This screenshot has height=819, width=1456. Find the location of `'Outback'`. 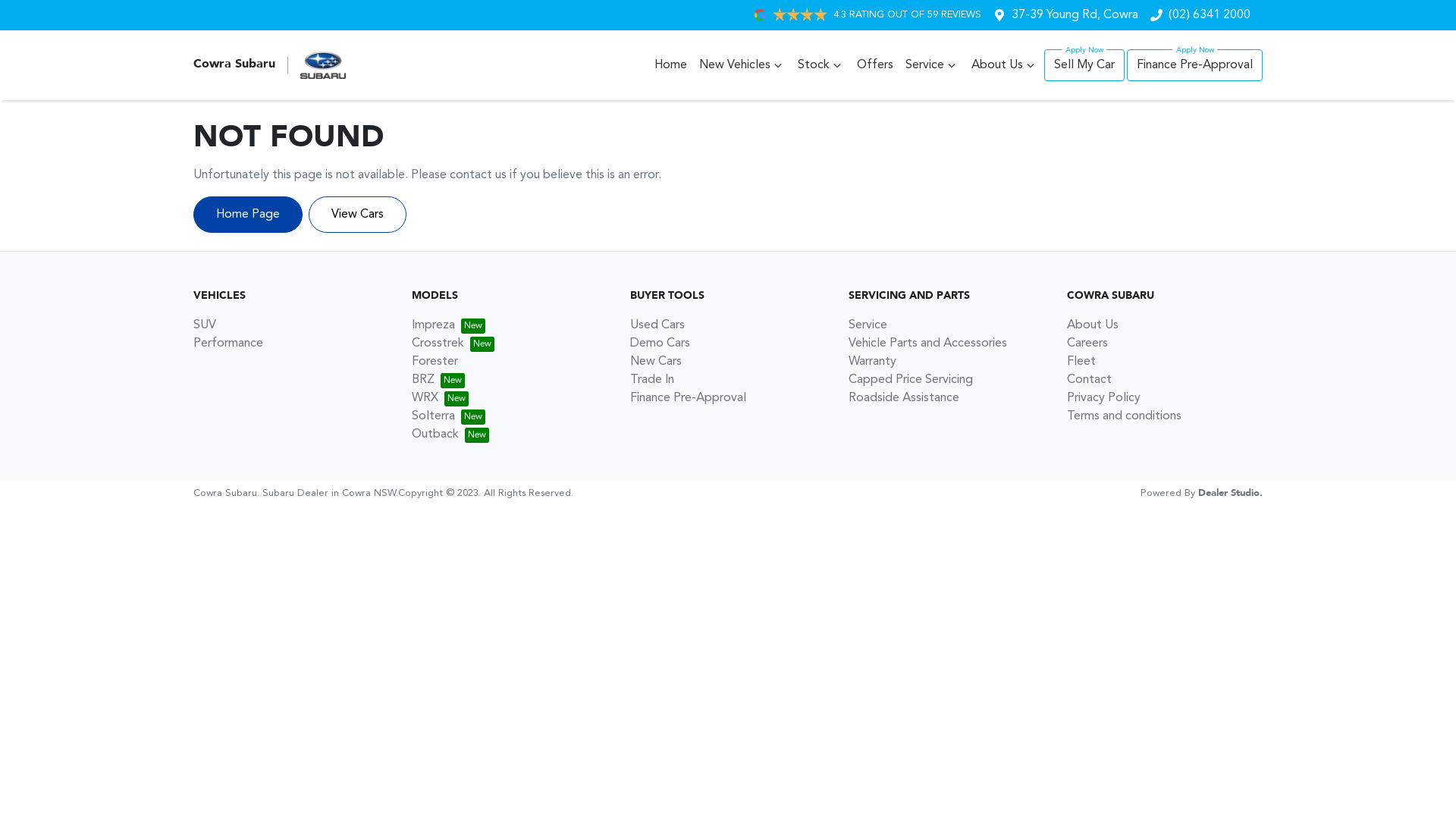

'Outback' is located at coordinates (411, 435).